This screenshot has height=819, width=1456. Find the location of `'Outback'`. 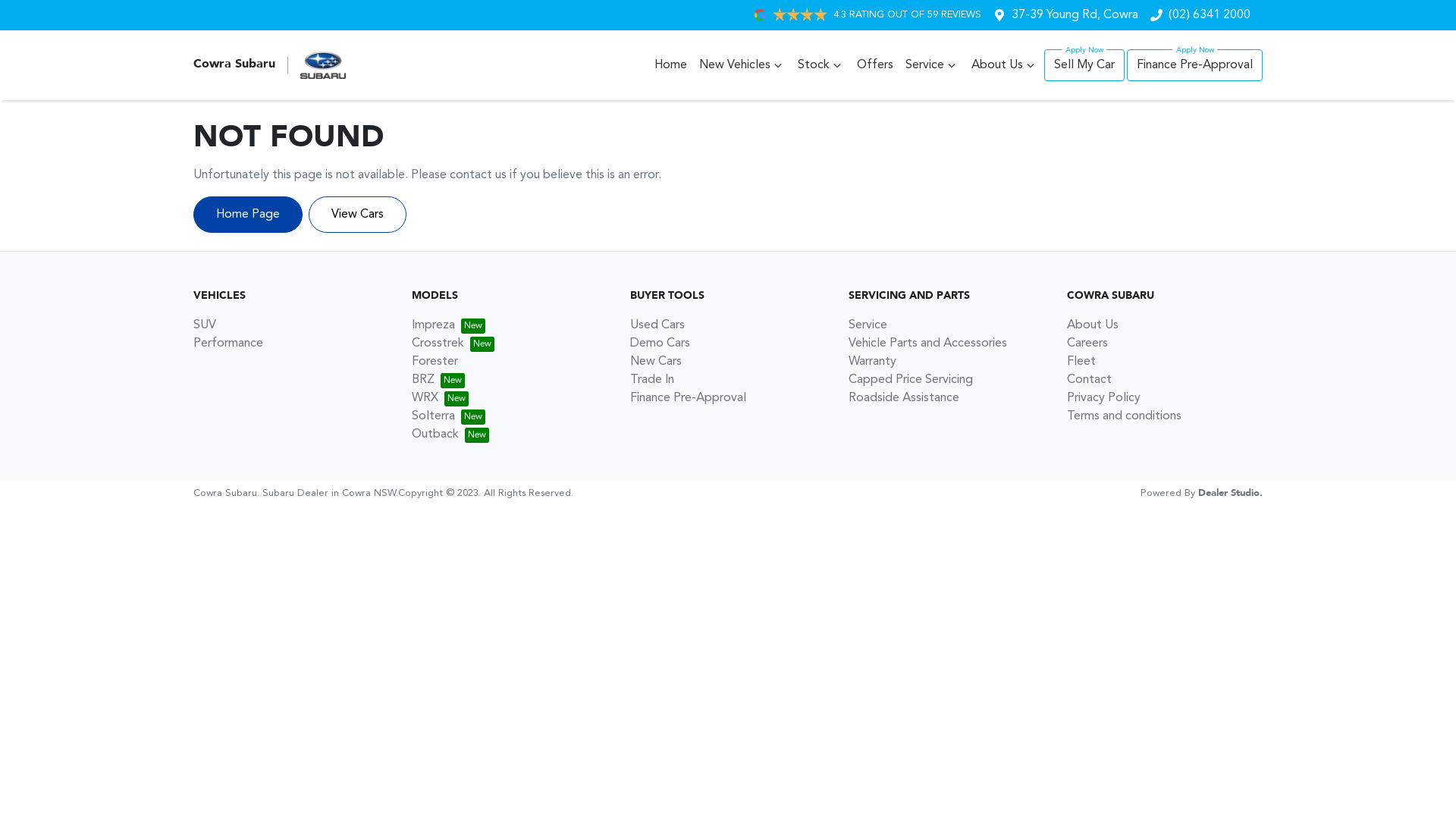

'Outback' is located at coordinates (411, 435).